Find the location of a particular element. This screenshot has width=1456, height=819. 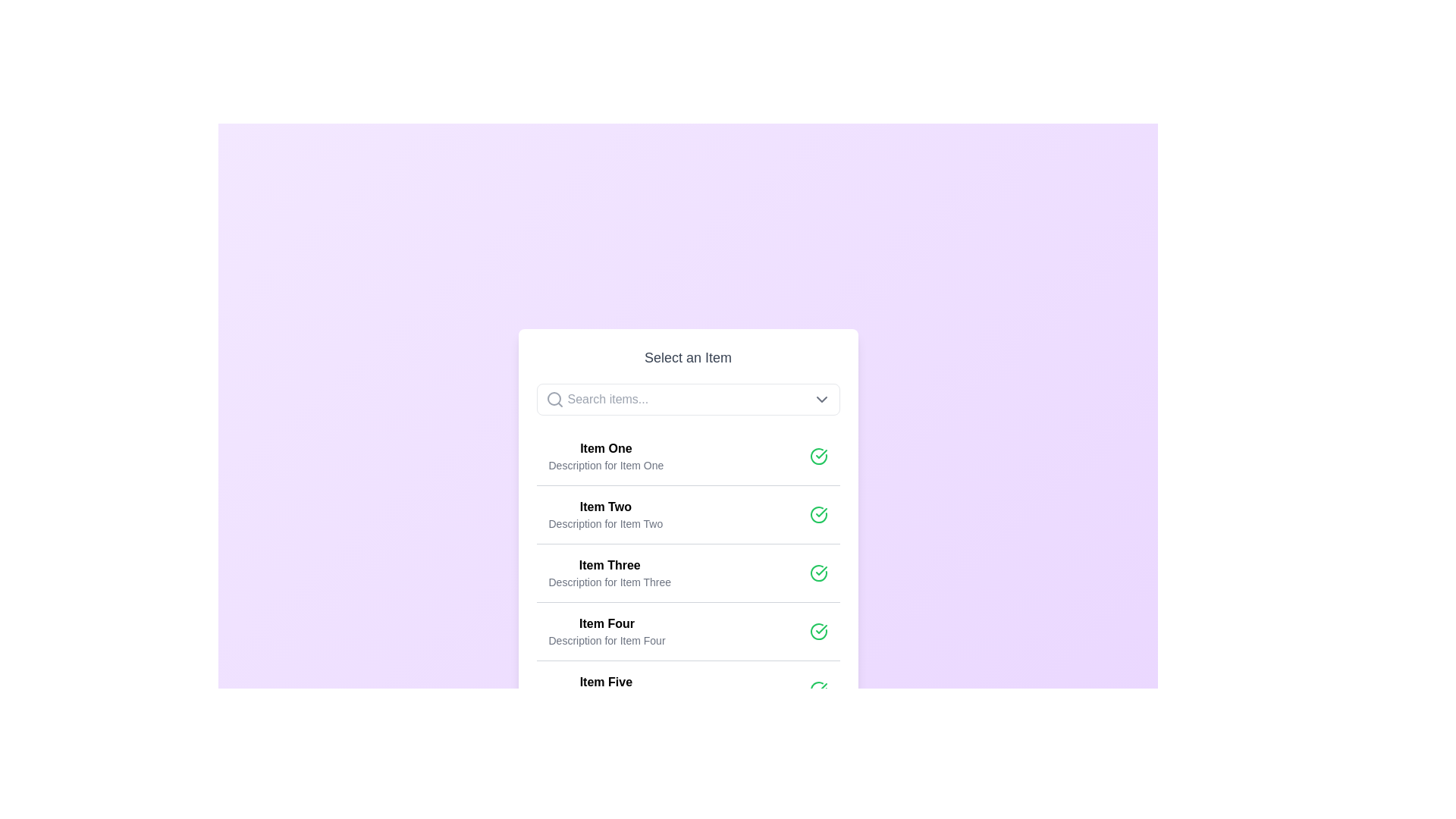

to select the list item labeled 'Item Four' with a description below it in a modal, located in the fourth position of the list is located at coordinates (607, 632).